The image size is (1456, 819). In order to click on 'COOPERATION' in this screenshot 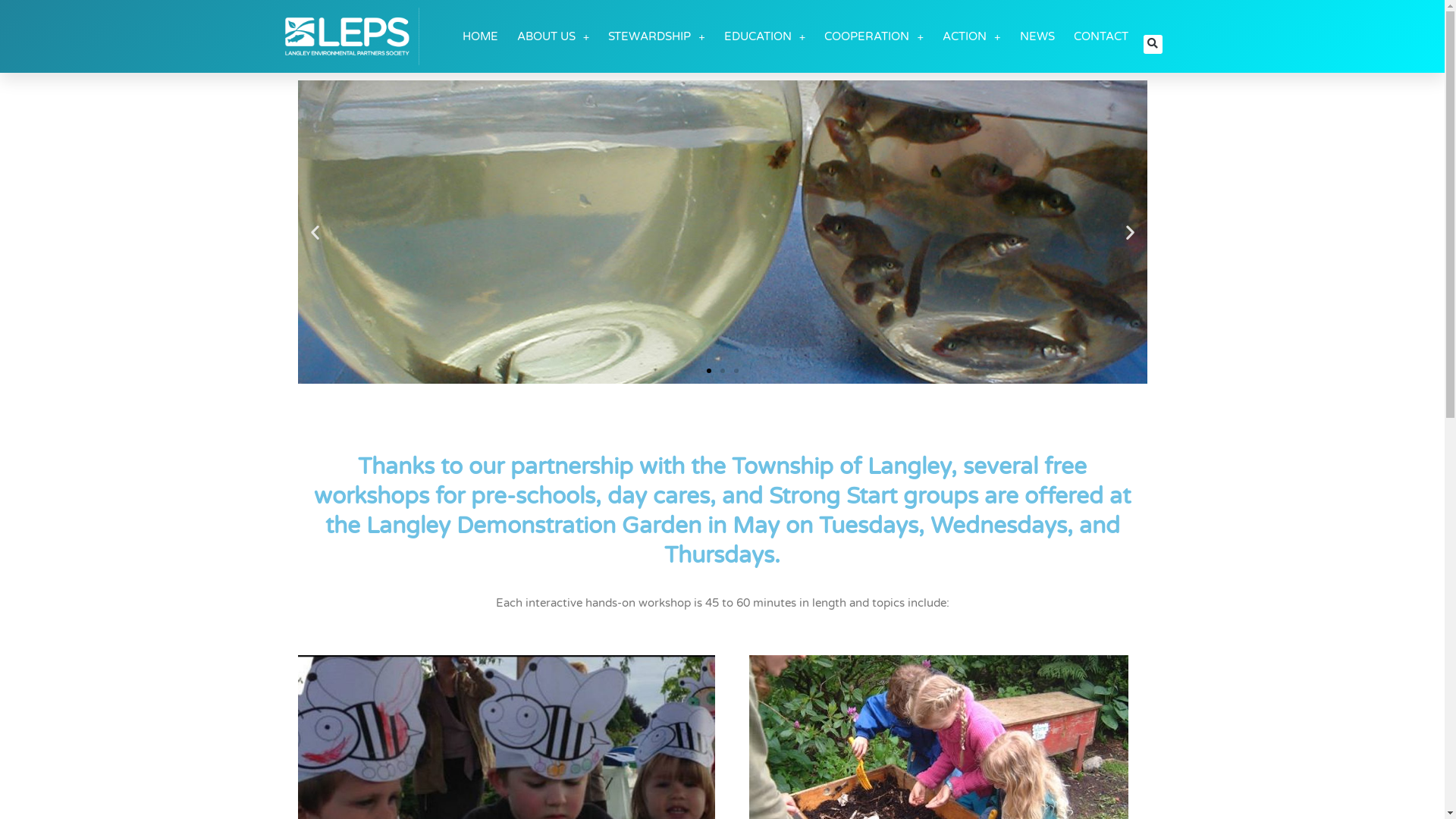, I will do `click(874, 35)`.